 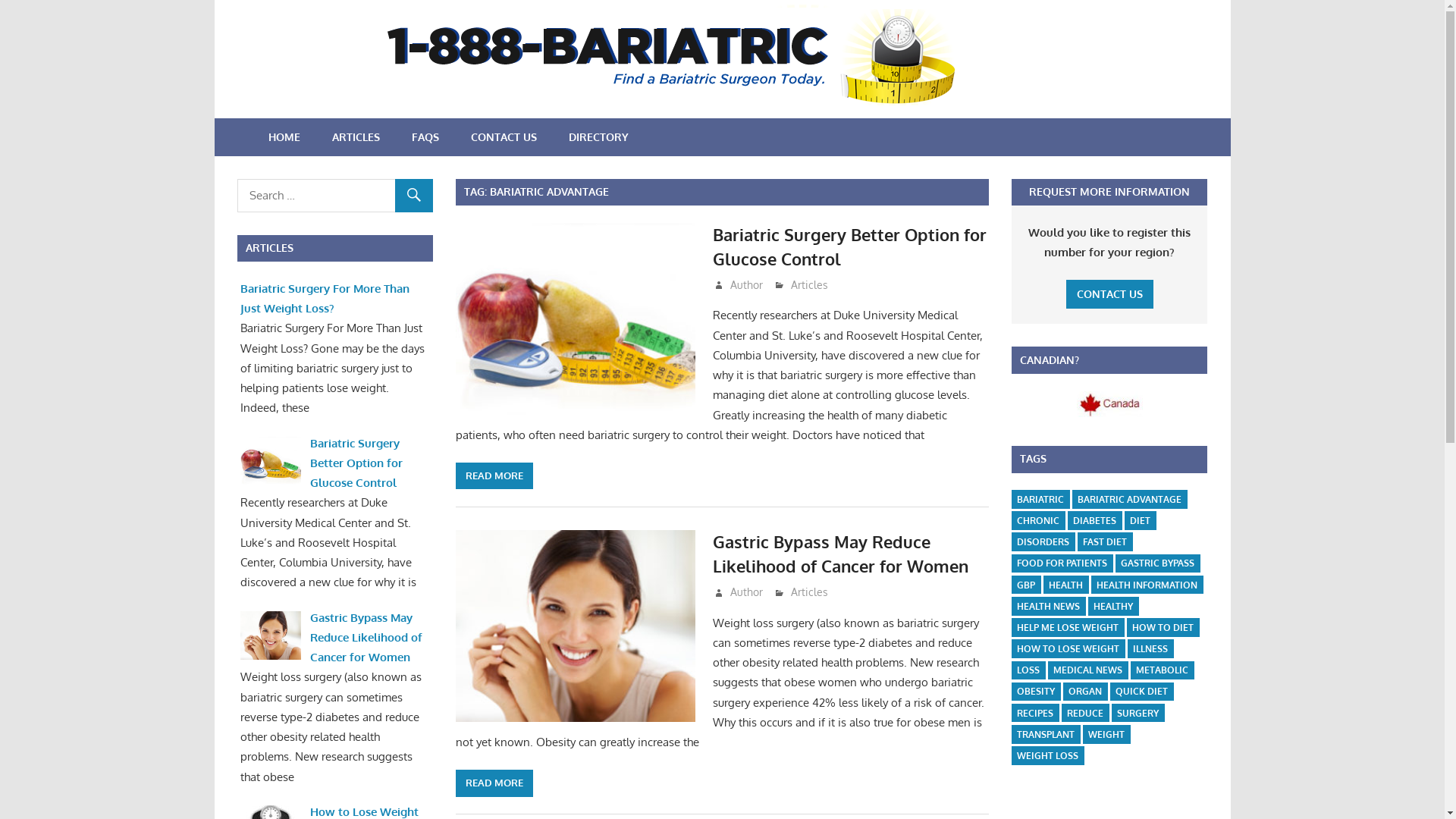 What do you see at coordinates (334, 195) in the screenshot?
I see `'Search for:'` at bounding box center [334, 195].